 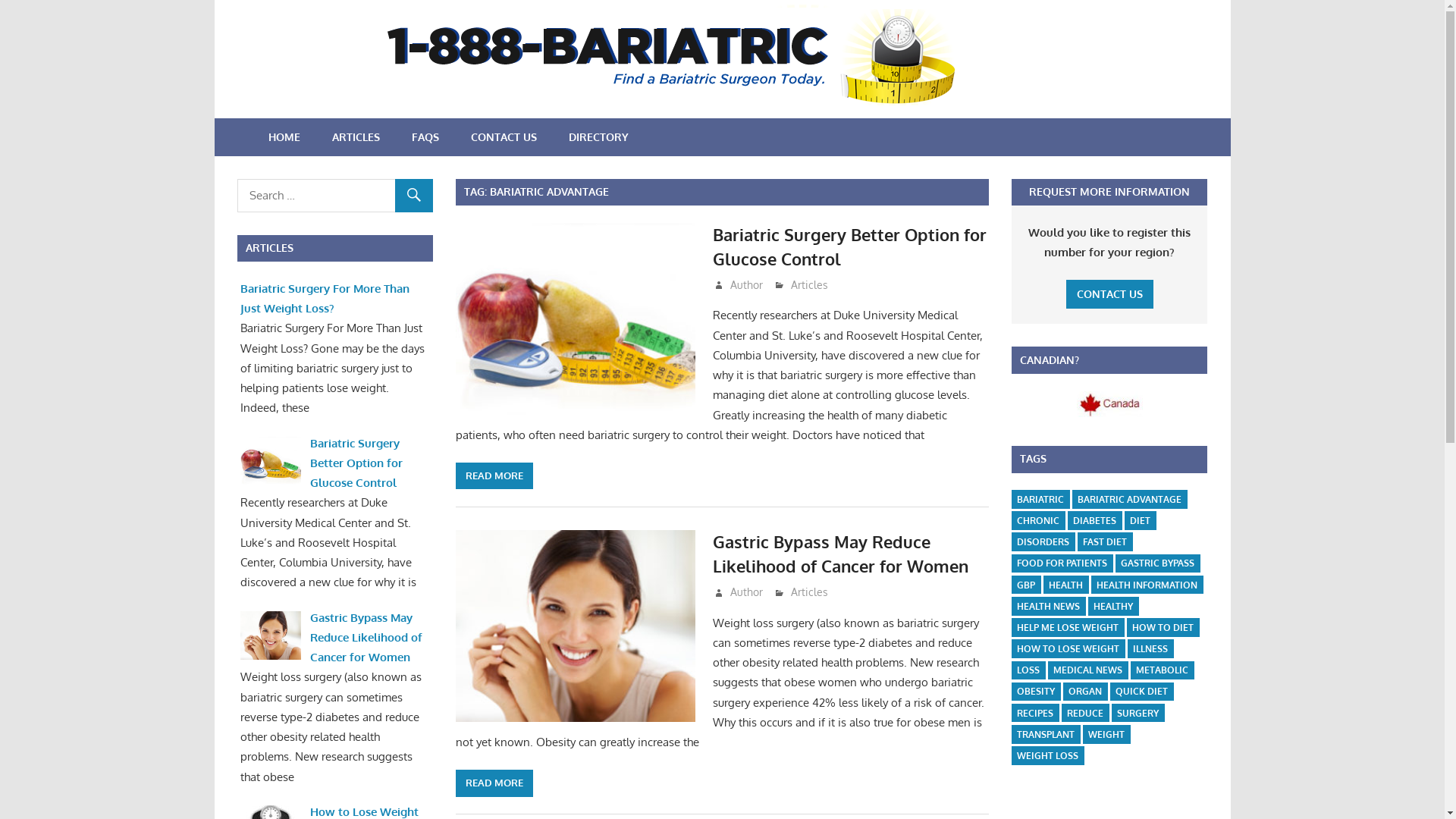 What do you see at coordinates (334, 195) in the screenshot?
I see `'Search for:'` at bounding box center [334, 195].